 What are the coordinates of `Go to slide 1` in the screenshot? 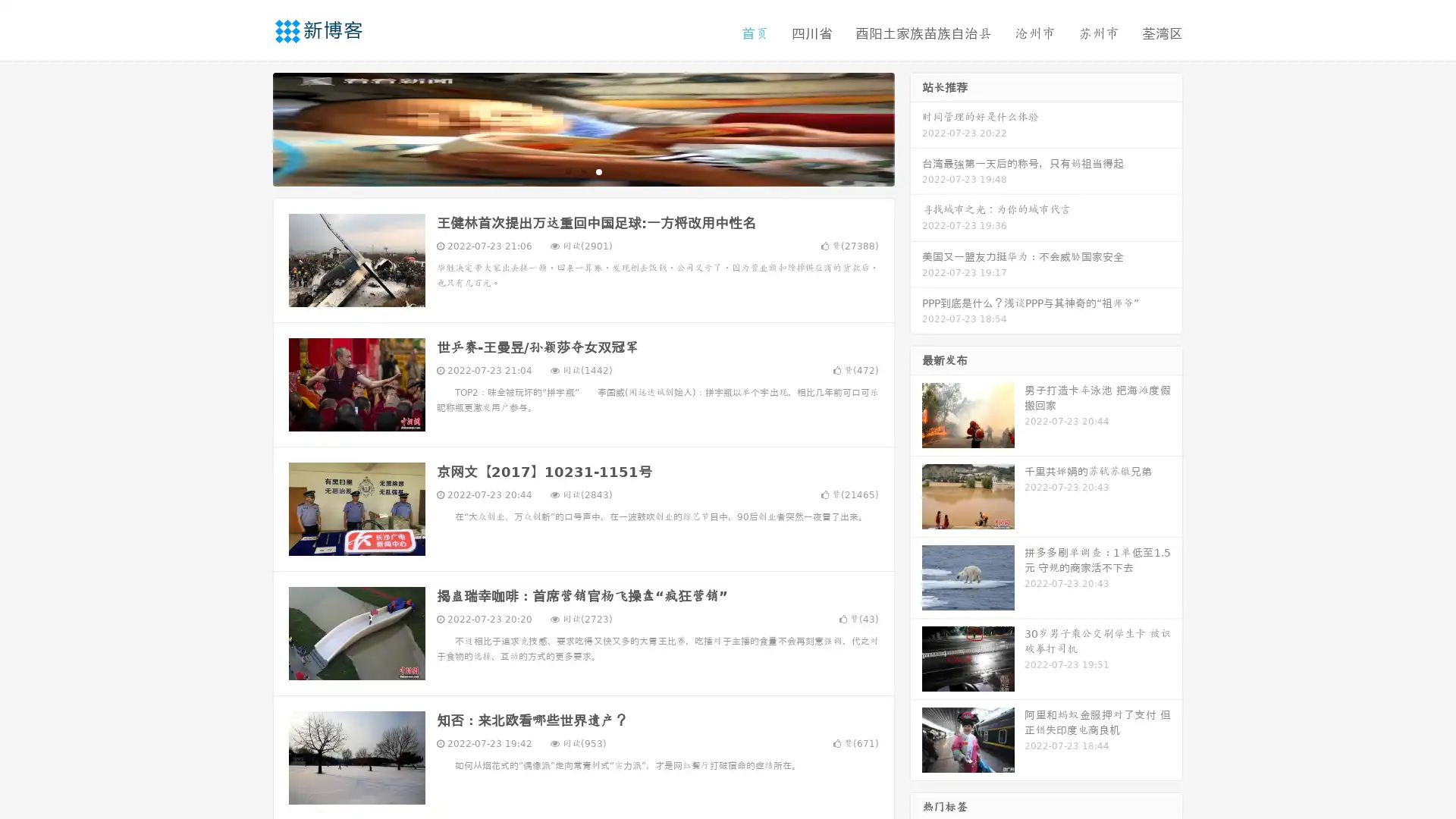 It's located at (567, 171).